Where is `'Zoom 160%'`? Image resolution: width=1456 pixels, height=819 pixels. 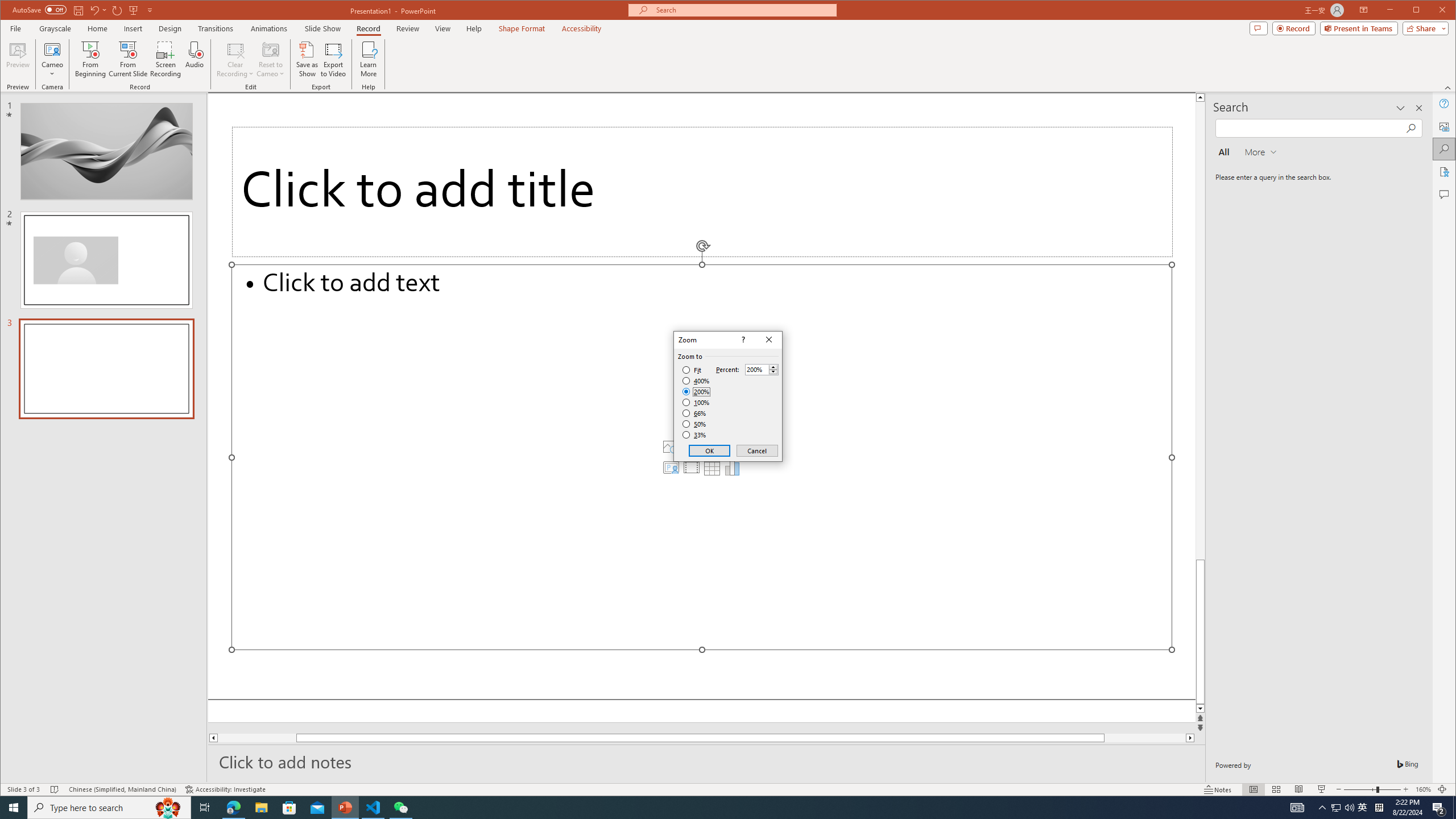
'Zoom 160%' is located at coordinates (1423, 789).